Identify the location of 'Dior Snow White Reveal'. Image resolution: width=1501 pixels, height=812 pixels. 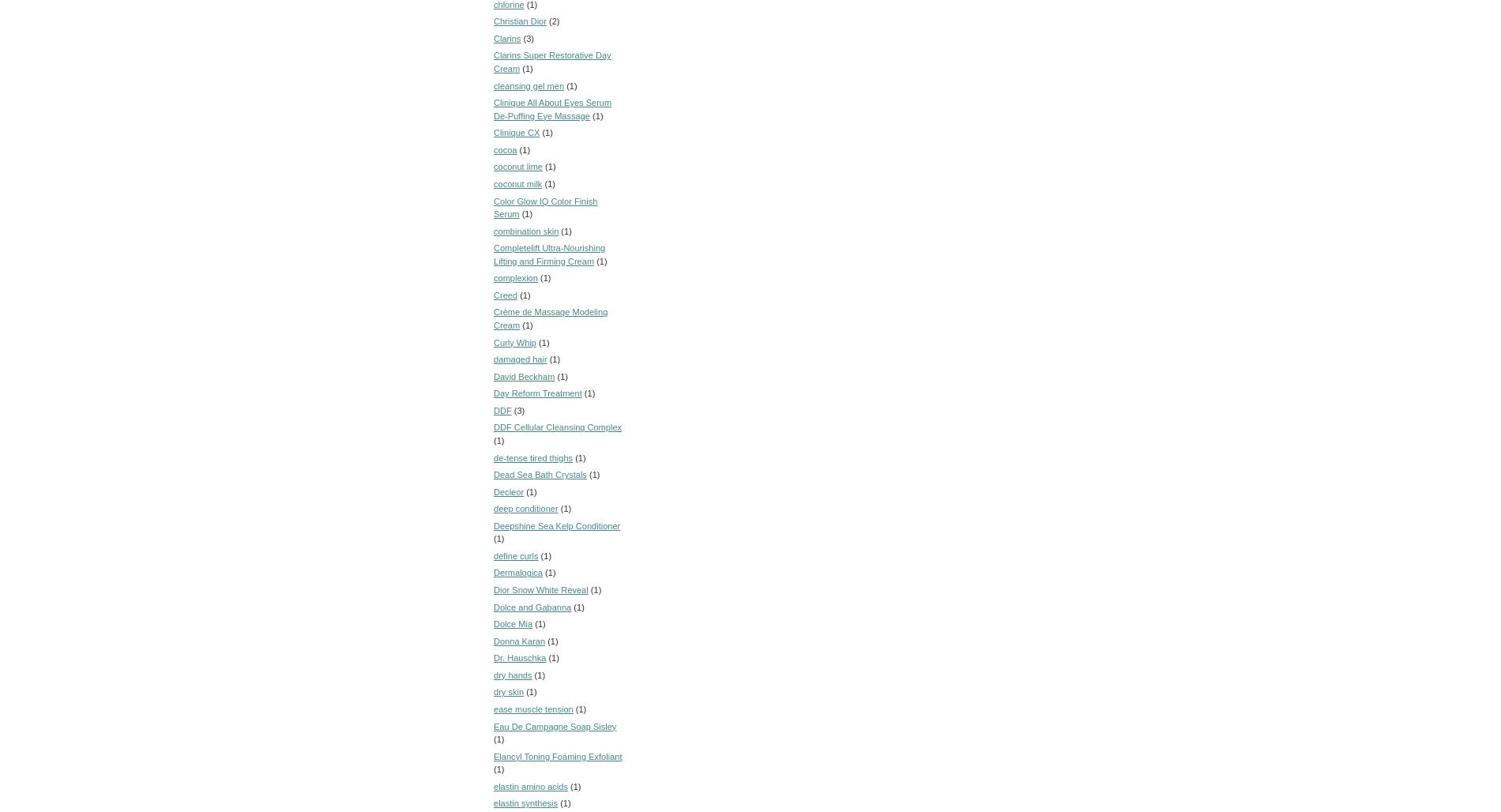
(493, 589).